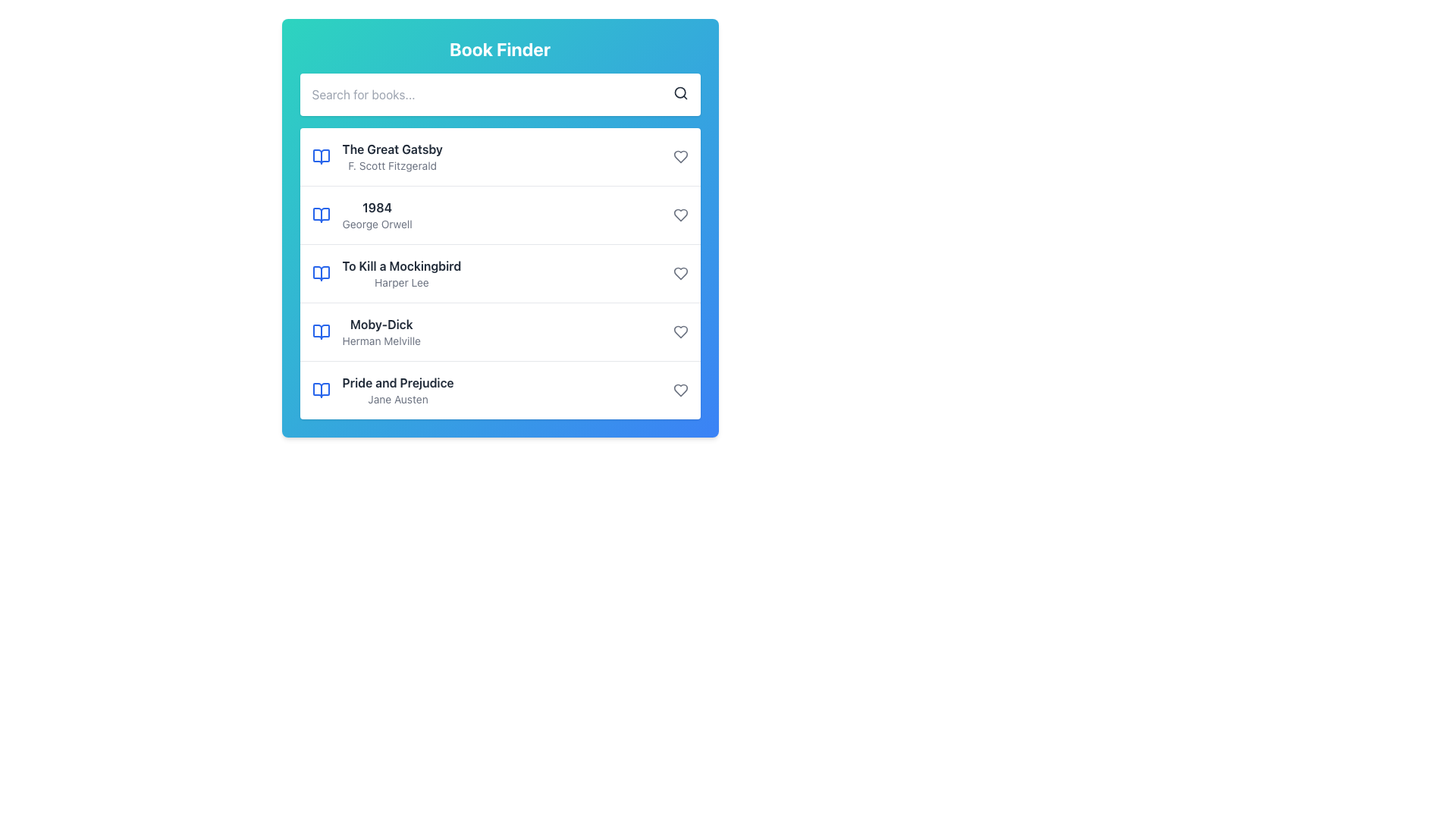 The height and width of the screenshot is (819, 1456). Describe the element at coordinates (320, 390) in the screenshot. I see `the pictogram icon representing the book entry for 'Pride and Prejudice', located near the left side of the fifth row` at that location.